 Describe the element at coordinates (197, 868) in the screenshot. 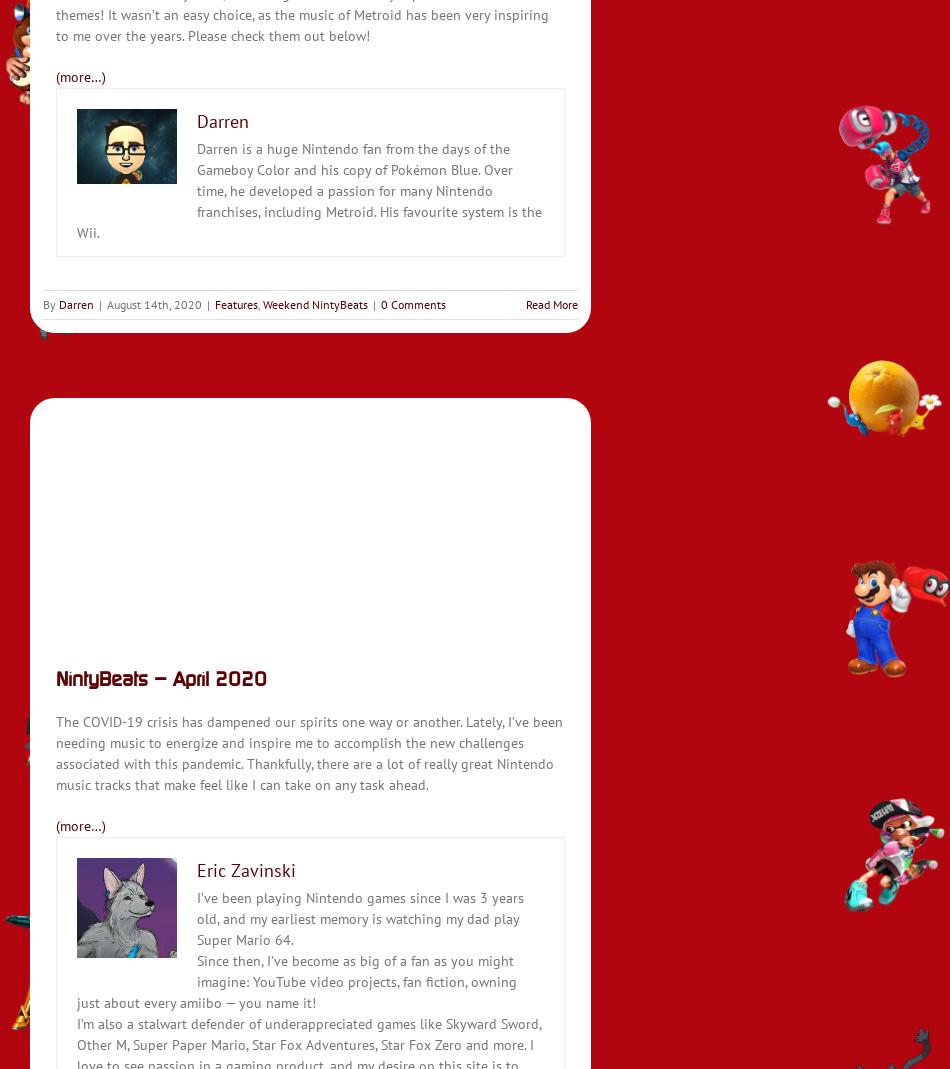

I see `'Eric Zavinski'` at that location.